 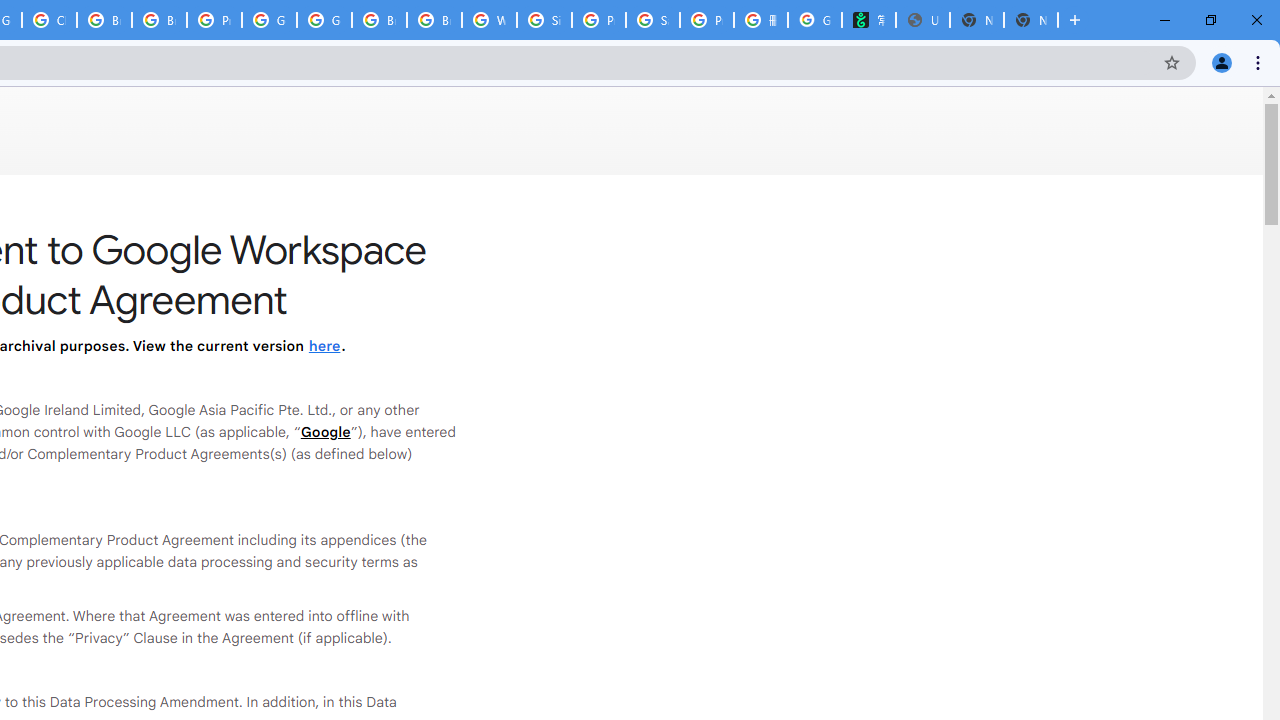 What do you see at coordinates (1031, 20) in the screenshot?
I see `'New Tab'` at bounding box center [1031, 20].